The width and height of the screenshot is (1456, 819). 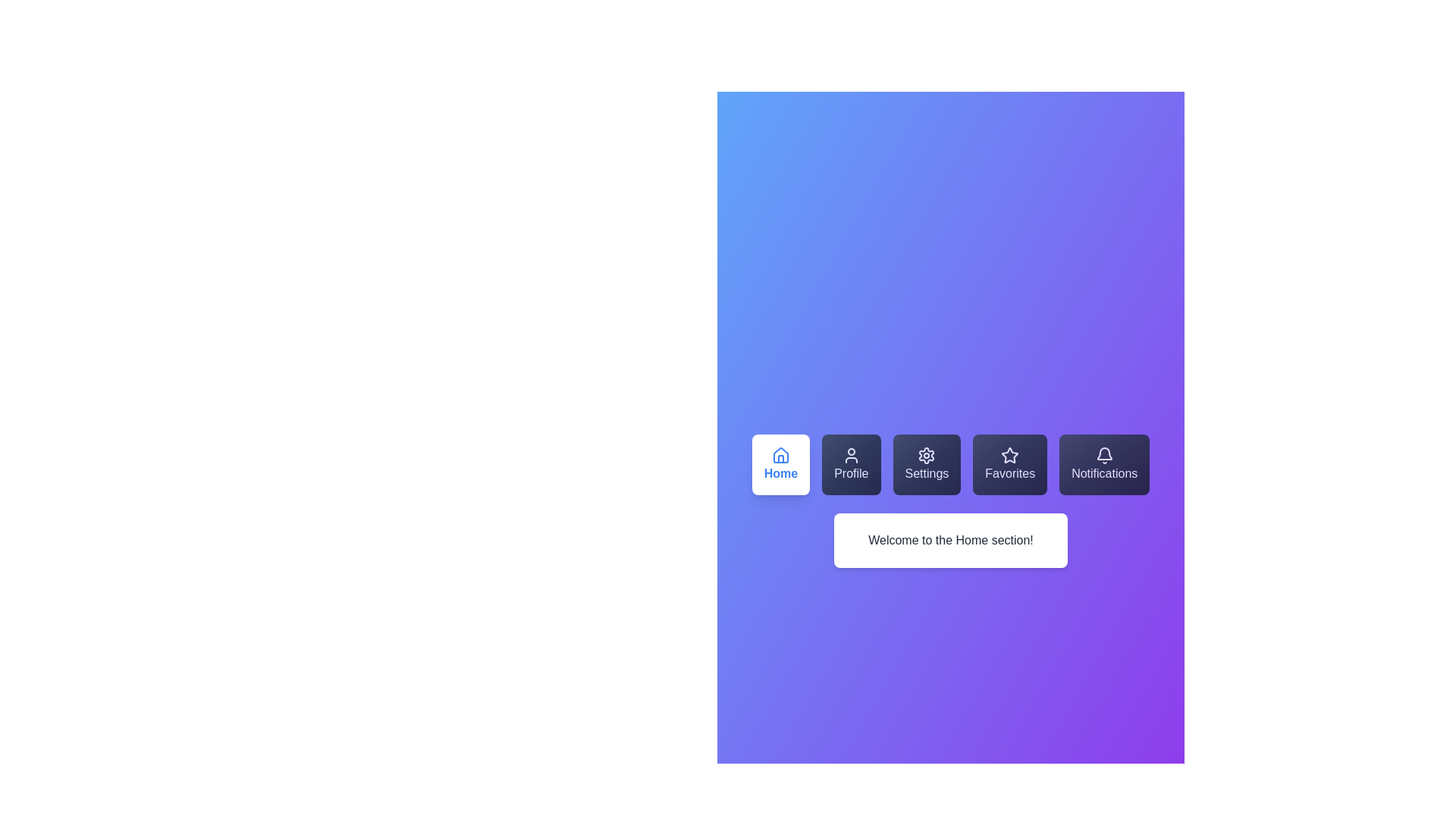 I want to click on the 'Notifications' label, which is part of a navigation button and features a notification bell icon above the text, so click(x=1104, y=472).